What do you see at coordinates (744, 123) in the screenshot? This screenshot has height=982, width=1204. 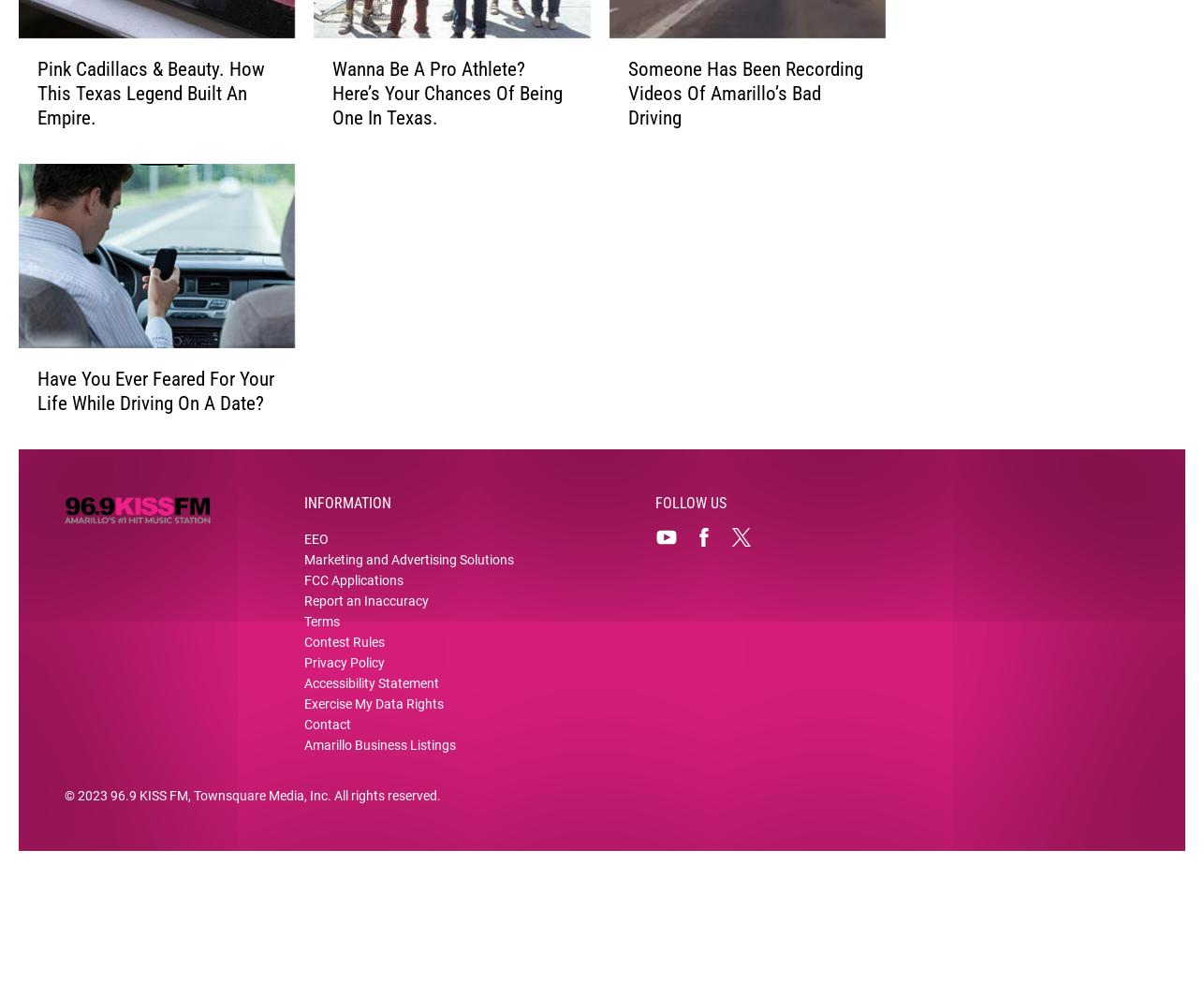 I see `'Someone Has Been Recording Videos Of Amarillo’s Bad Driving'` at bounding box center [744, 123].